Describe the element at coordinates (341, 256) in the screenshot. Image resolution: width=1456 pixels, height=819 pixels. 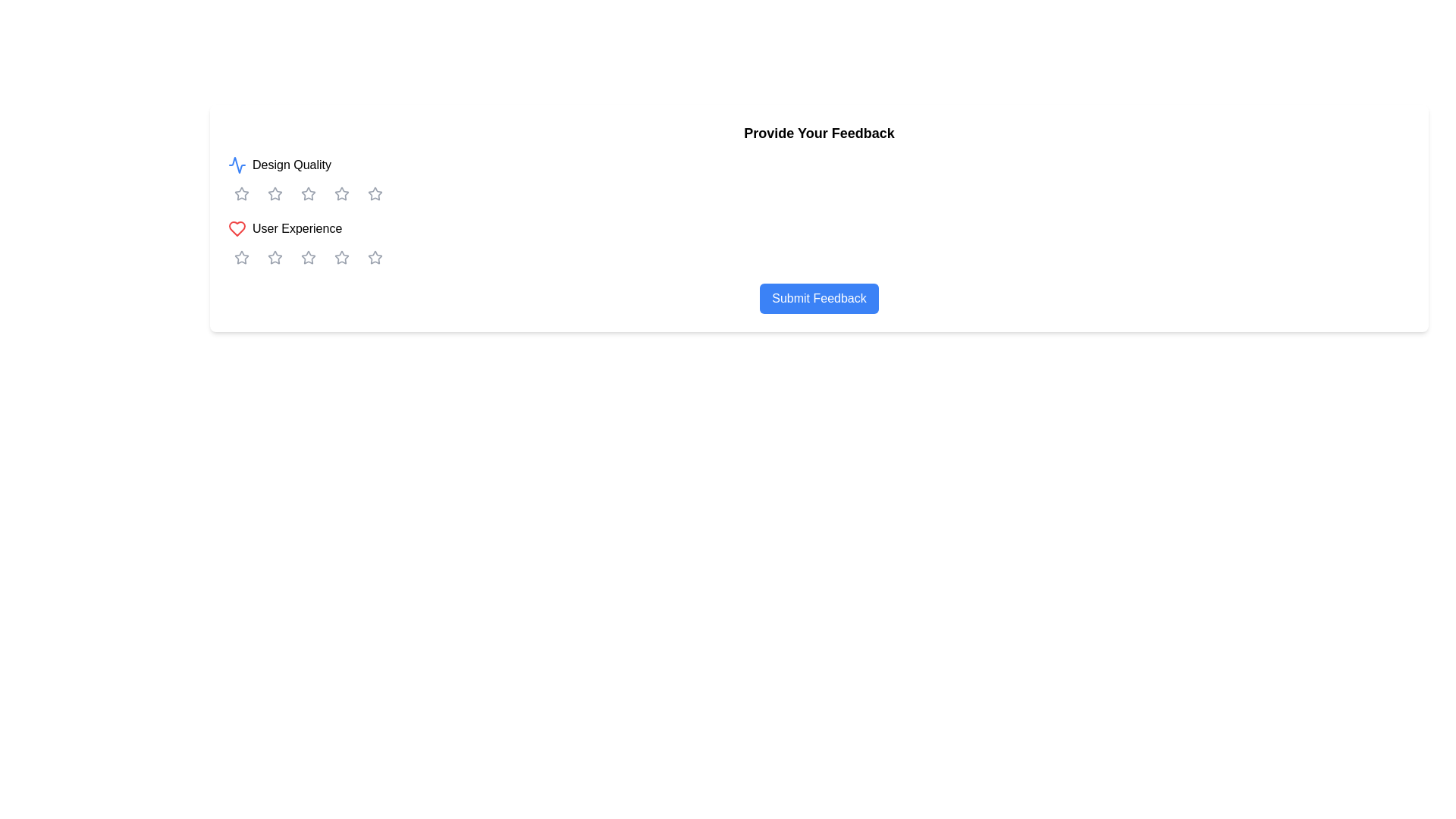
I see `the fourth star in the horizontal row under the 'User Experience' section to rate it` at that location.